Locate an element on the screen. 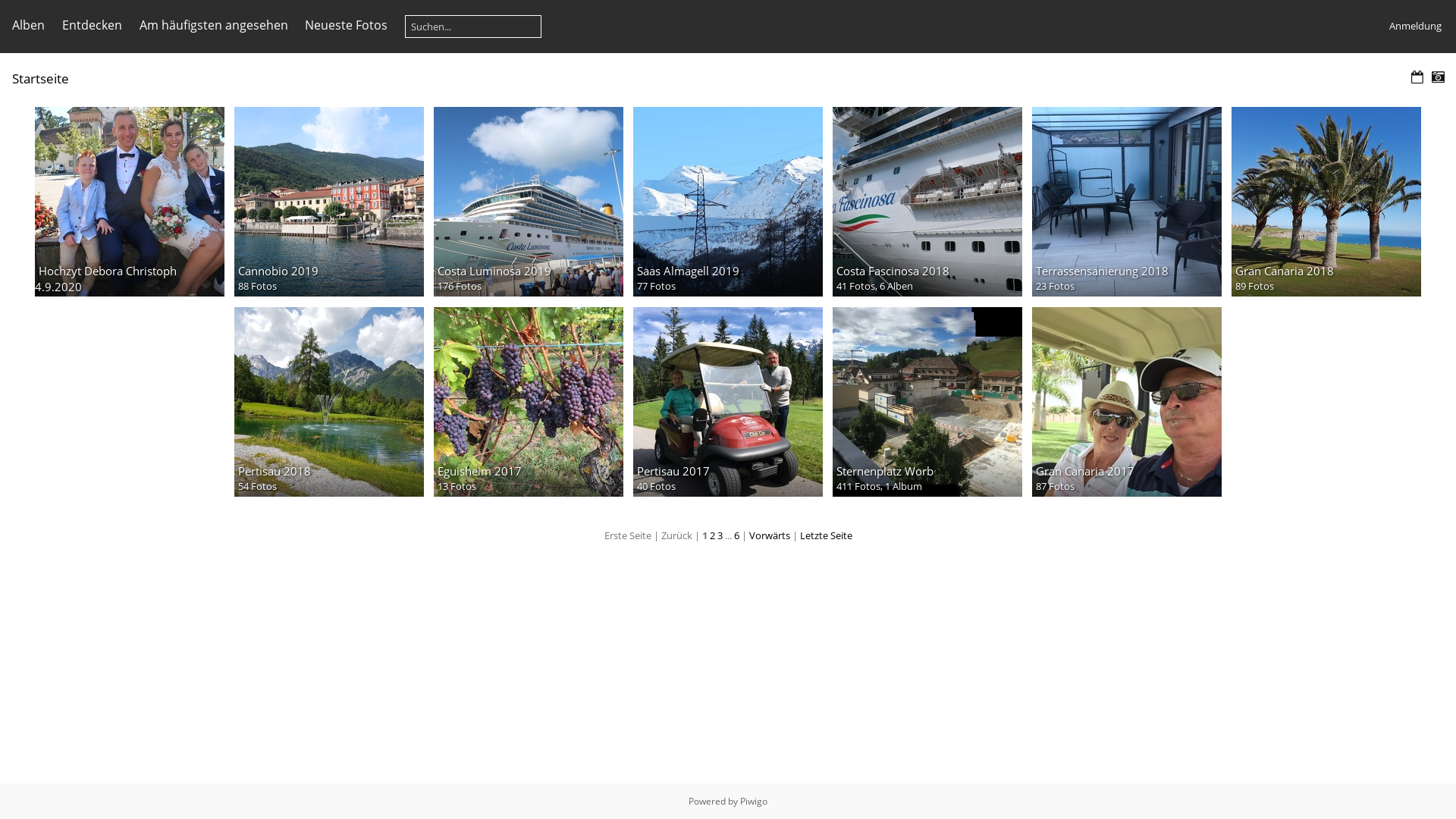 This screenshot has width=1456, height=819. 'Costa Fascinosa 2018 is located at coordinates (927, 201).